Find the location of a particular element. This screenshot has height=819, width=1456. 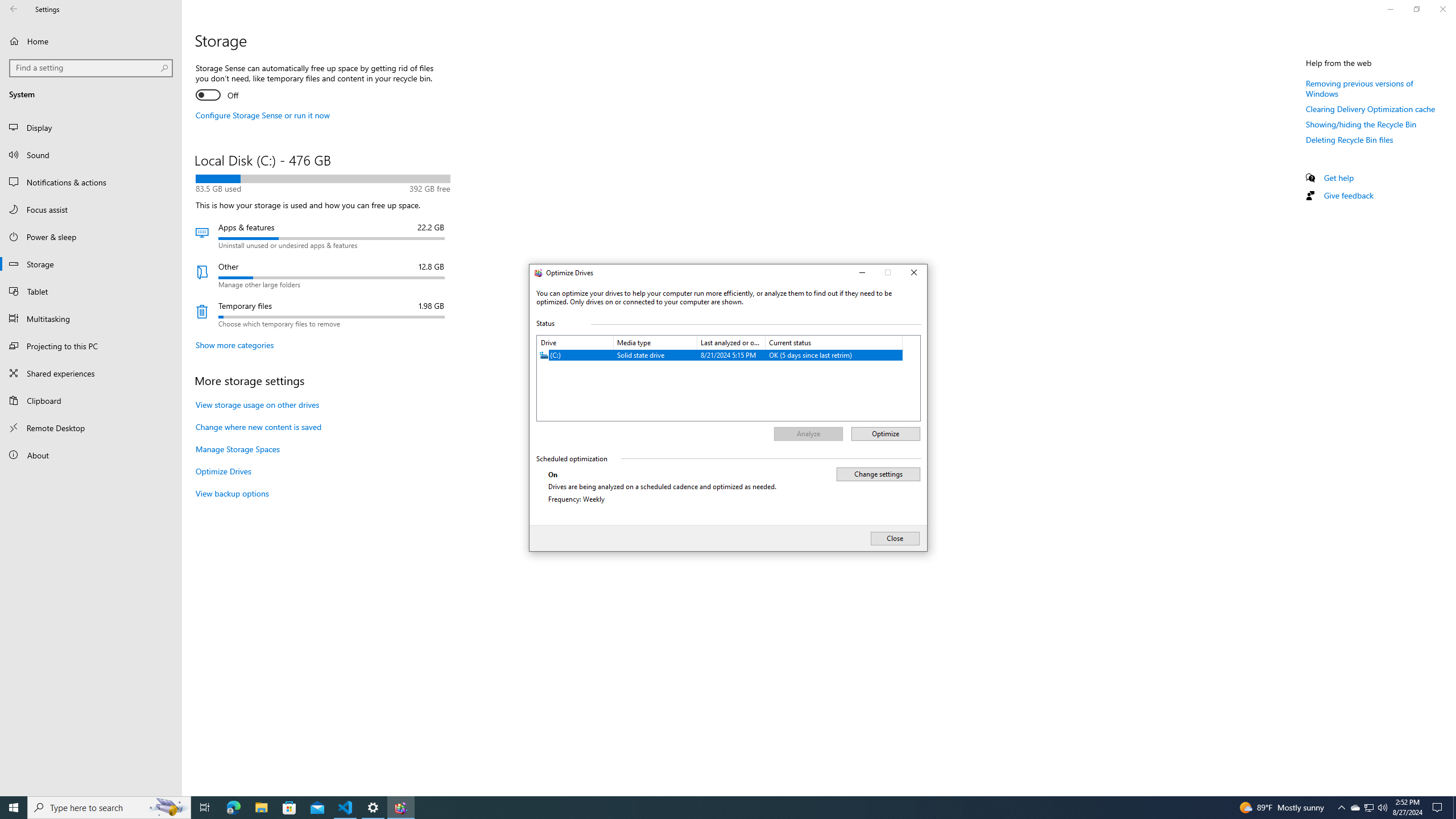

'Analyze' is located at coordinates (807, 433).